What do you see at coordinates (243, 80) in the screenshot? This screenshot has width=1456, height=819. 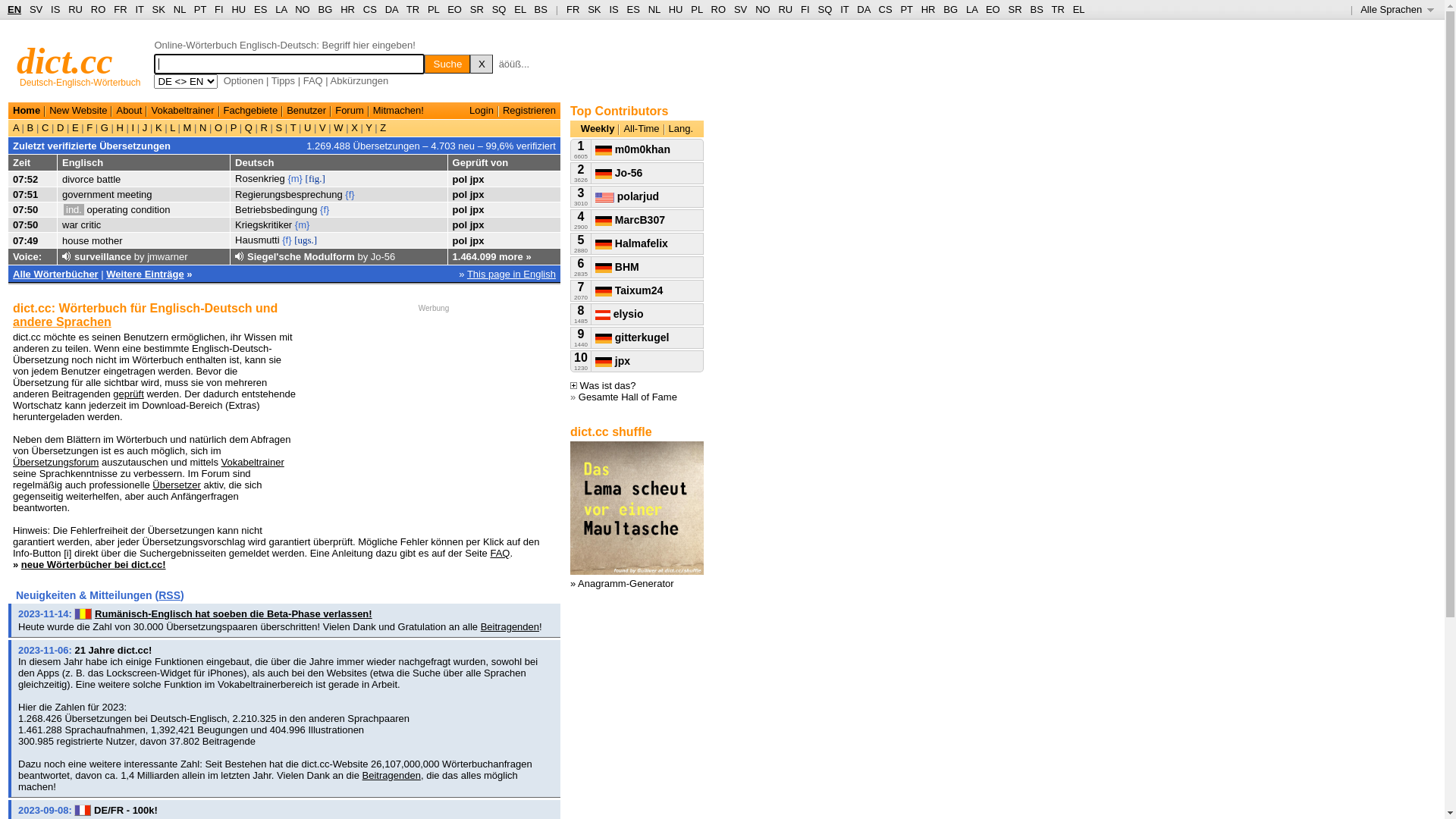 I see `'Optionen'` at bounding box center [243, 80].